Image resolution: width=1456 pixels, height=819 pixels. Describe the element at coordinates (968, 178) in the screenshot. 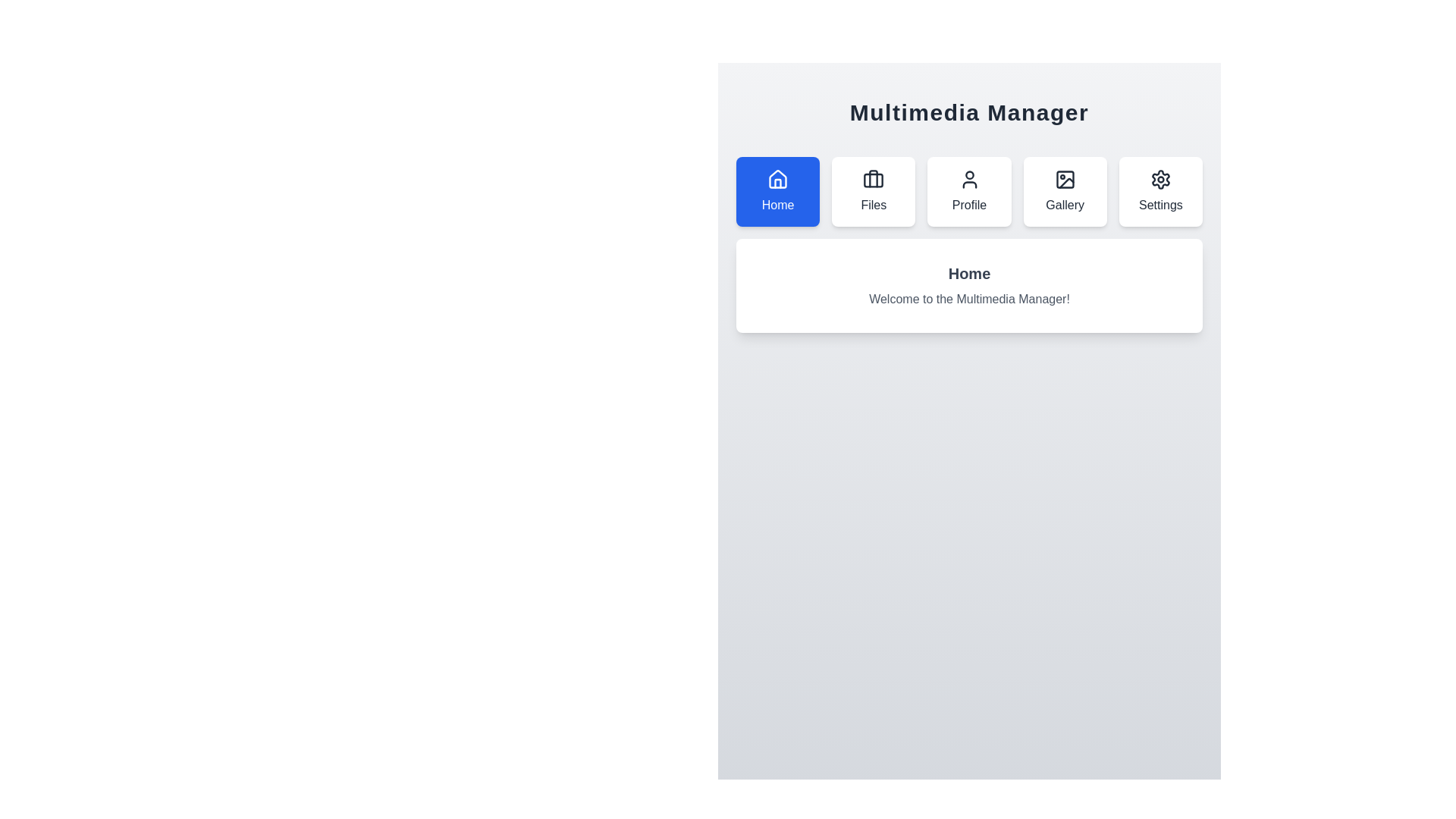

I see `the circular user silhouette icon, which is the third icon in a row of five navigation icons` at that location.